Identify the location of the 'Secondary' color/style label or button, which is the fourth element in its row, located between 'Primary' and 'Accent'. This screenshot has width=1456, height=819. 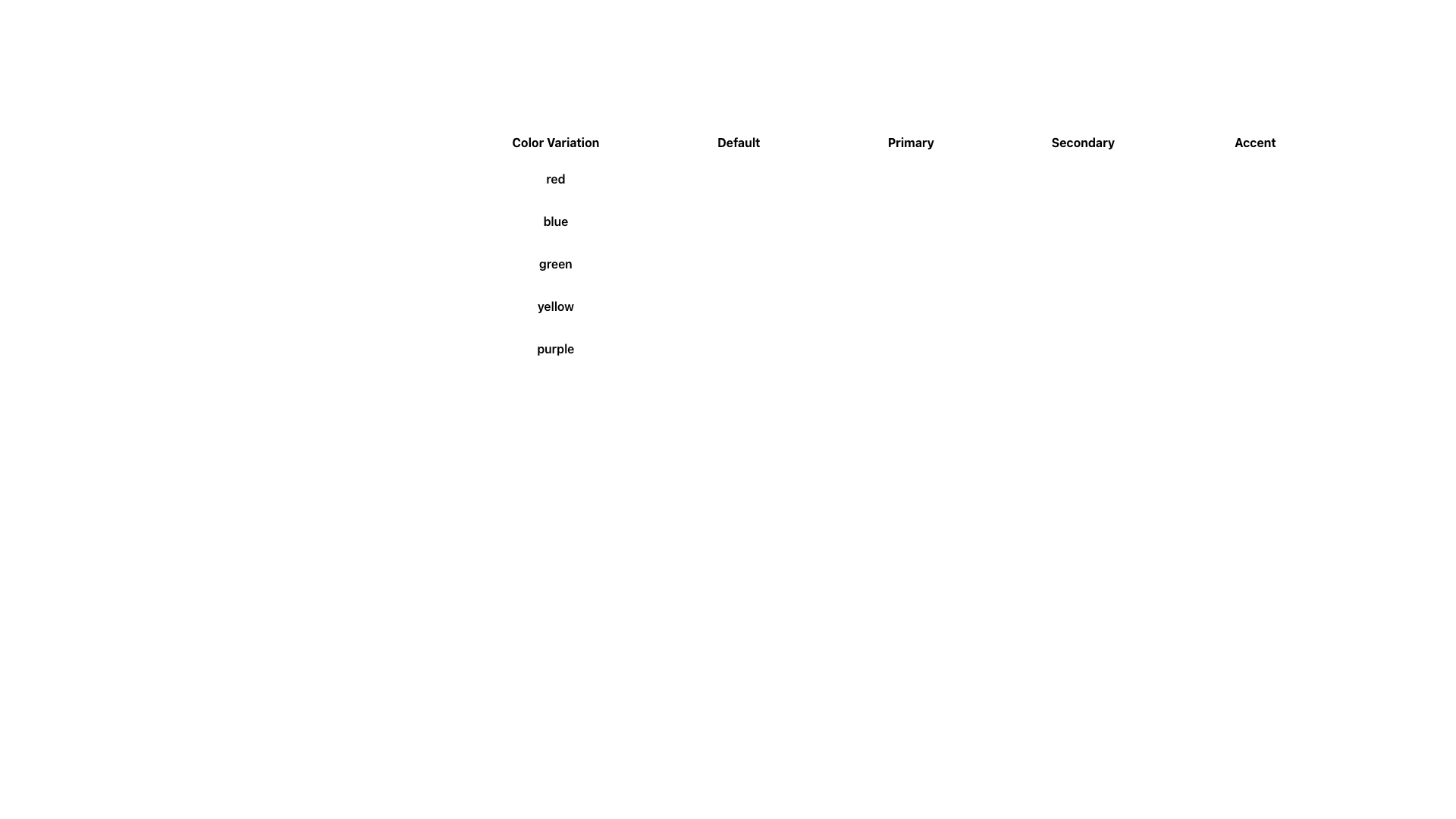
(1082, 143).